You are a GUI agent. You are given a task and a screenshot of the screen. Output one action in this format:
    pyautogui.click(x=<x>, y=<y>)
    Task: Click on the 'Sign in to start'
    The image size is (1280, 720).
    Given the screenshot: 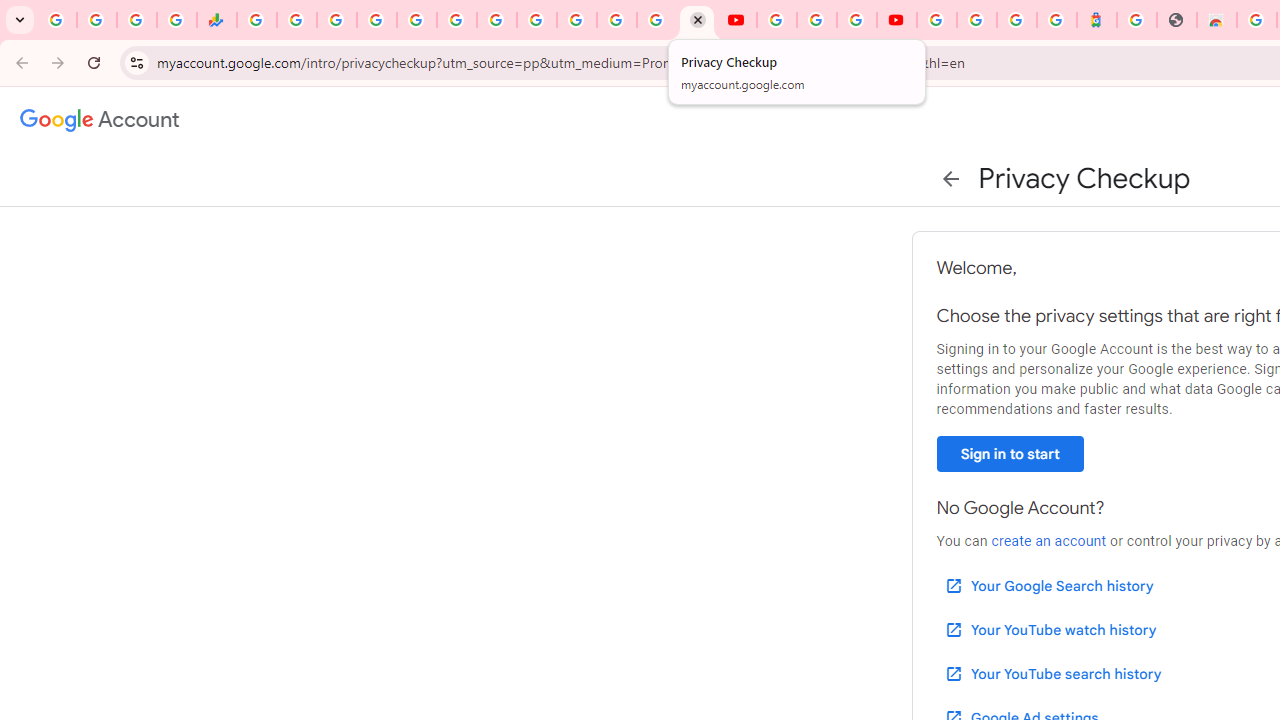 What is the action you would take?
    pyautogui.click(x=1009, y=454)
    